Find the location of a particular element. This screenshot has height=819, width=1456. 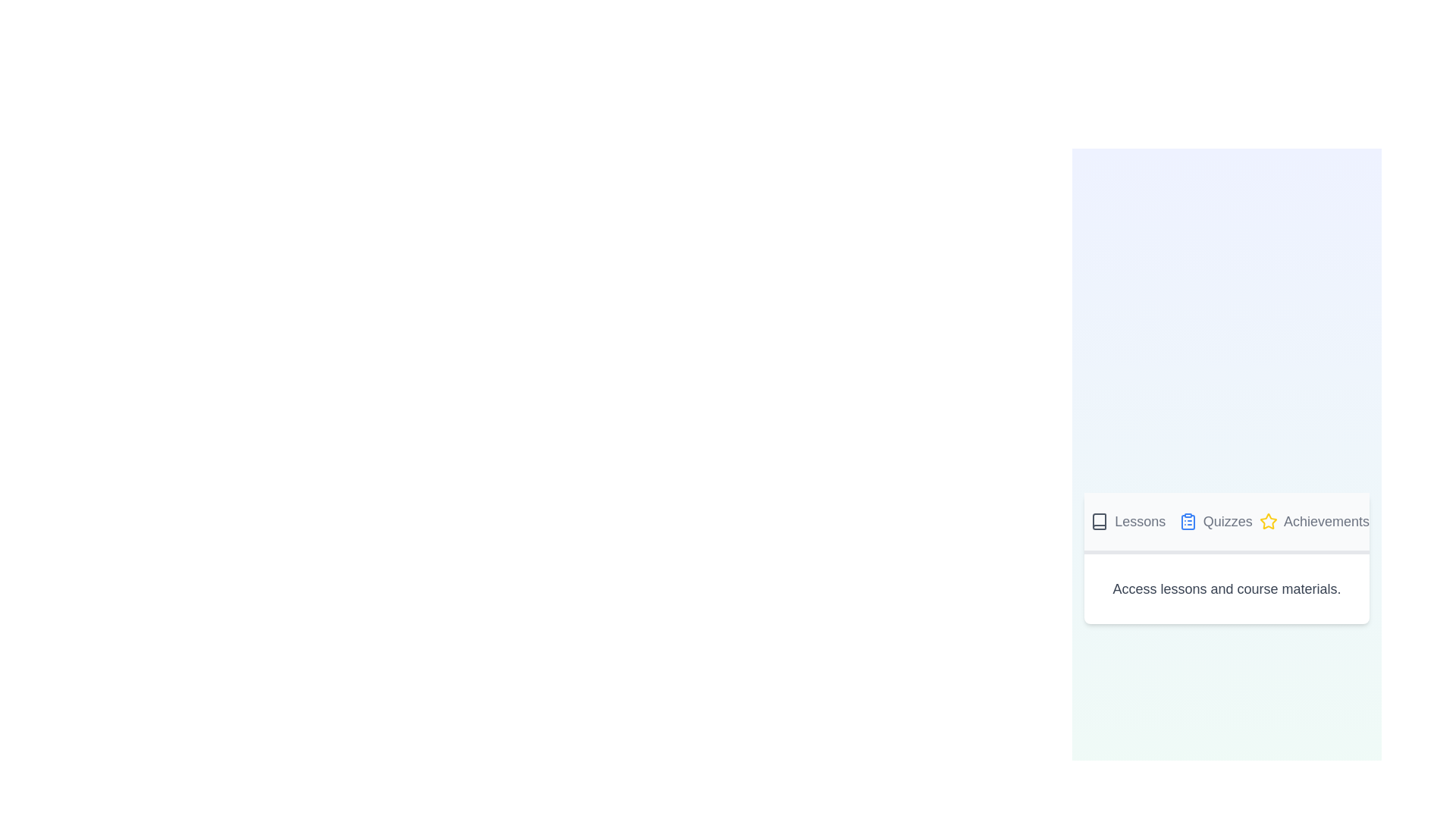

the Quizzes tab by clicking on it is located at coordinates (1216, 522).